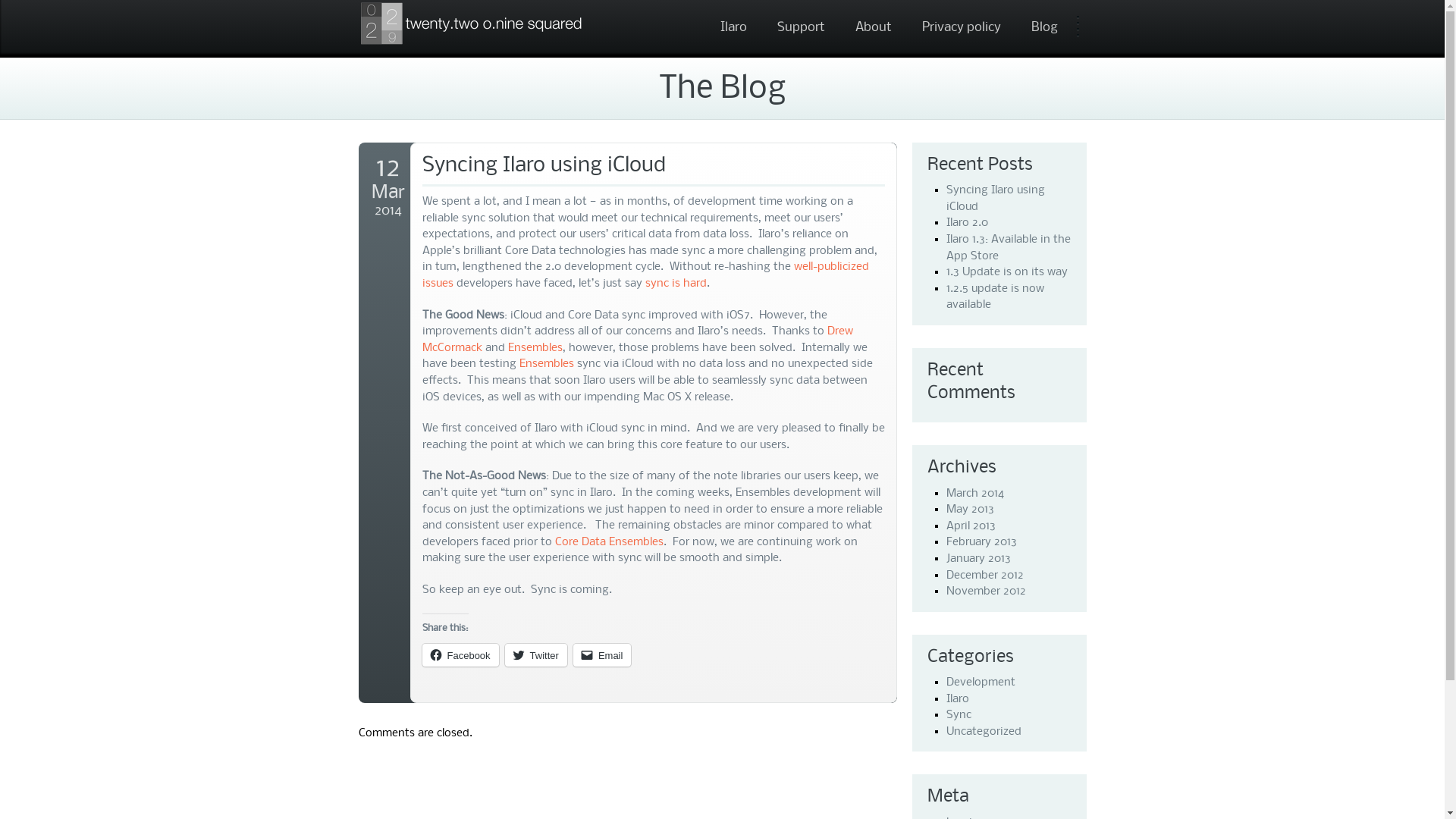 This screenshot has height=819, width=1456. Describe the element at coordinates (956, 698) in the screenshot. I see `'Ilaro'` at that location.